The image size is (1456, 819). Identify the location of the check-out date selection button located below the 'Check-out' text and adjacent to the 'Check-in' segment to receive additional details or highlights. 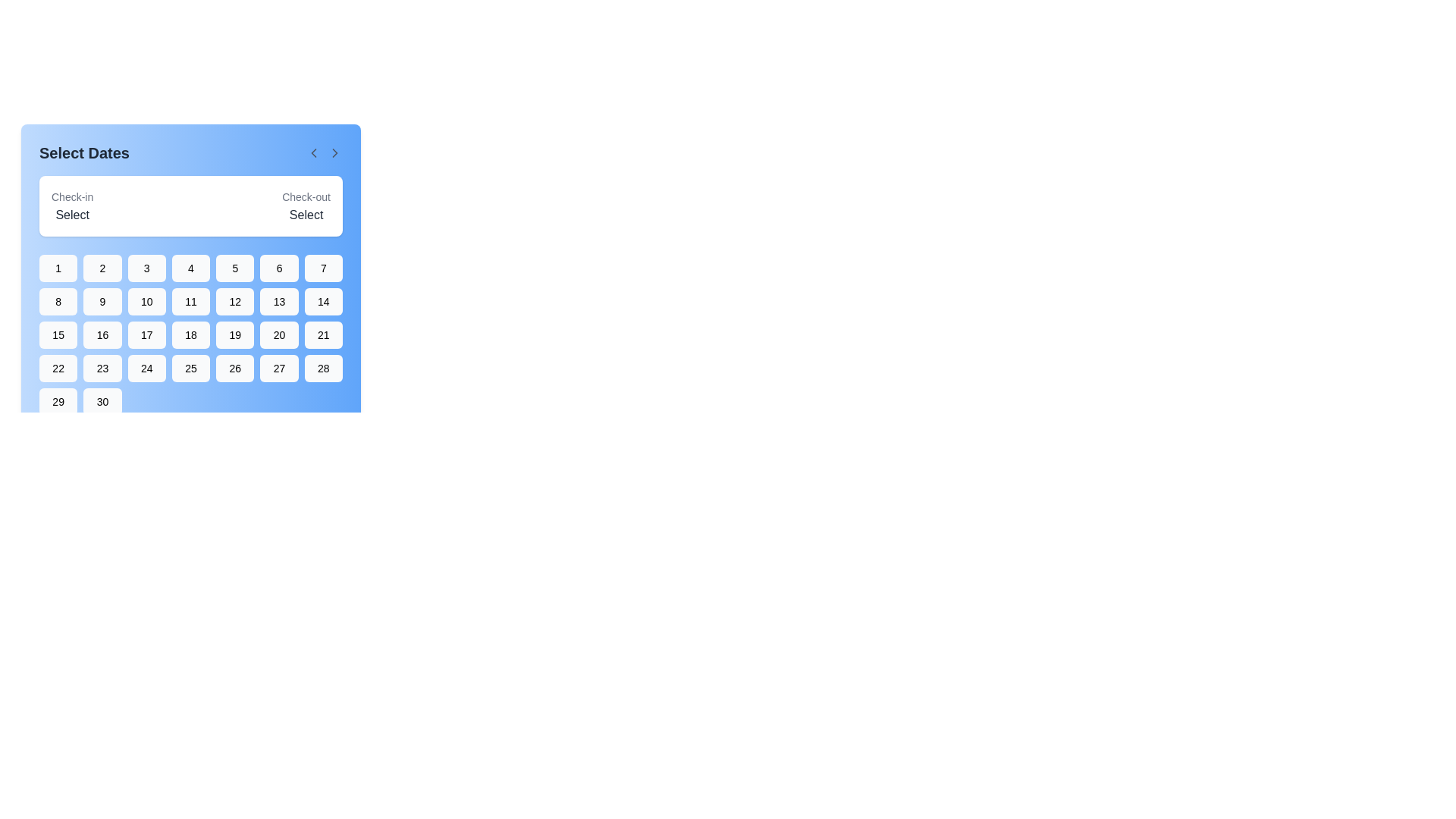
(306, 206).